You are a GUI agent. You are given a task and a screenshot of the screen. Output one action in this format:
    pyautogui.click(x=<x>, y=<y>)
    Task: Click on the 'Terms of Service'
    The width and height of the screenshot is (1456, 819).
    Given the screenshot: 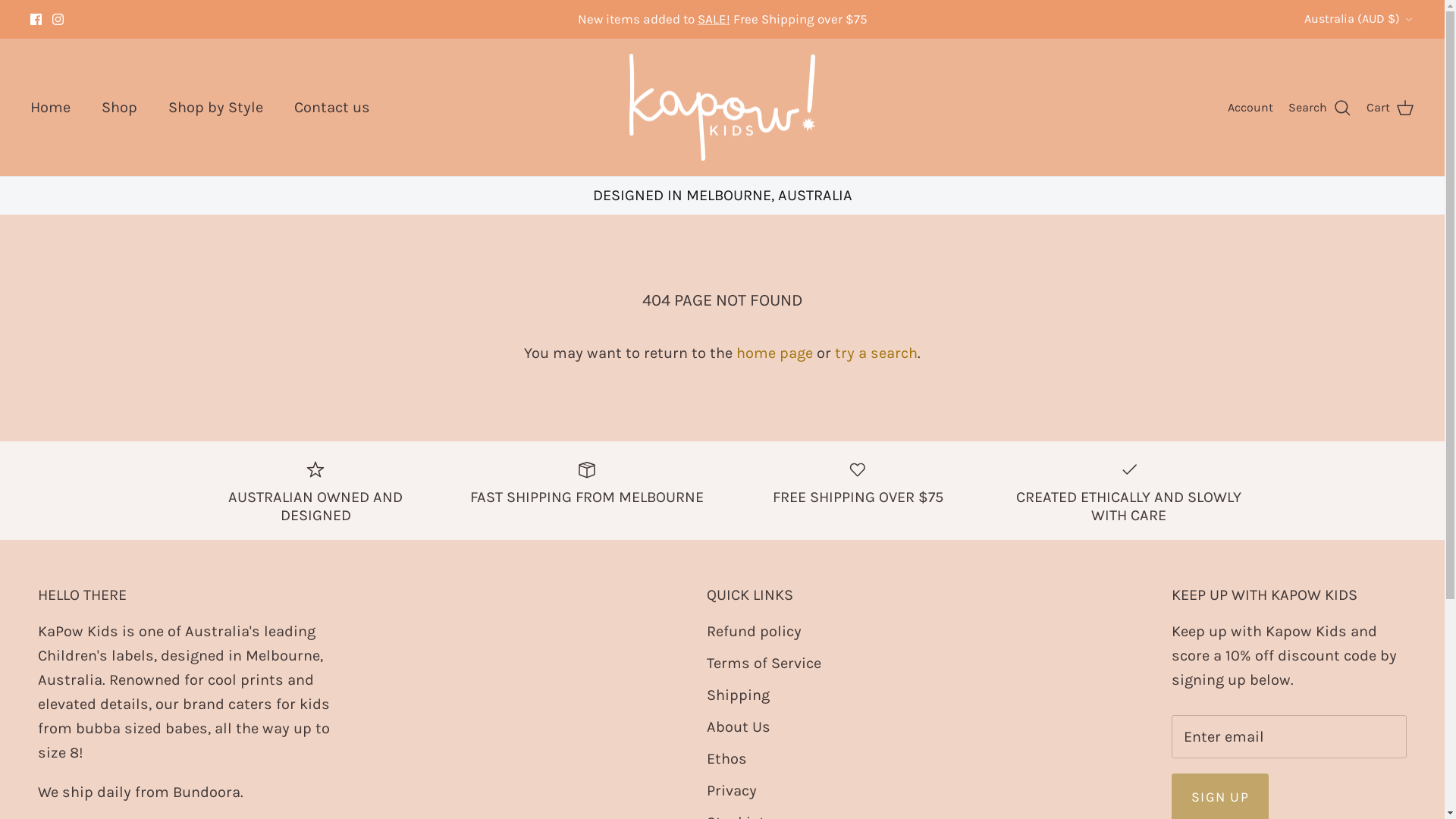 What is the action you would take?
    pyautogui.click(x=705, y=662)
    